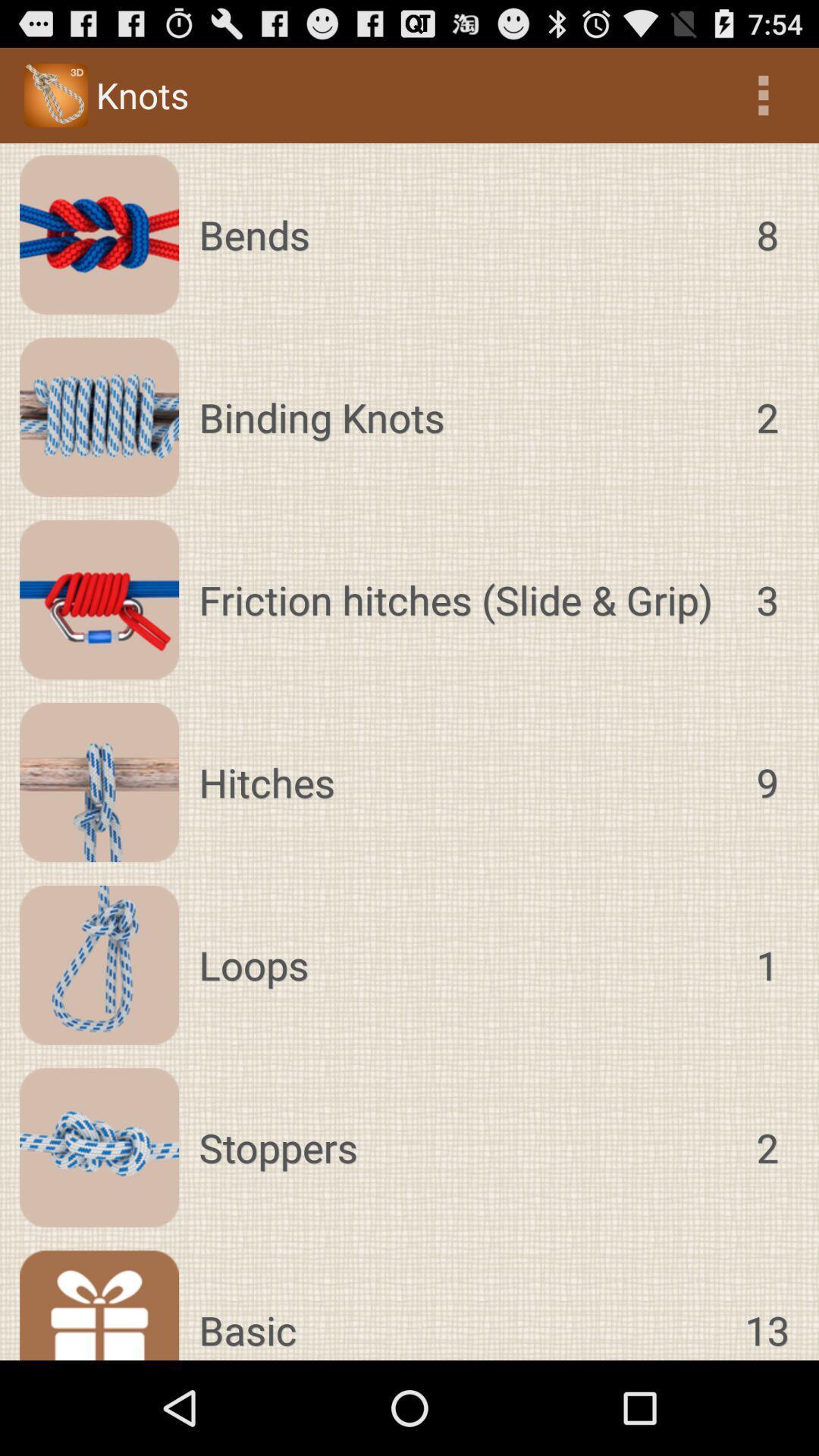  What do you see at coordinates (767, 964) in the screenshot?
I see `1 icon` at bounding box center [767, 964].